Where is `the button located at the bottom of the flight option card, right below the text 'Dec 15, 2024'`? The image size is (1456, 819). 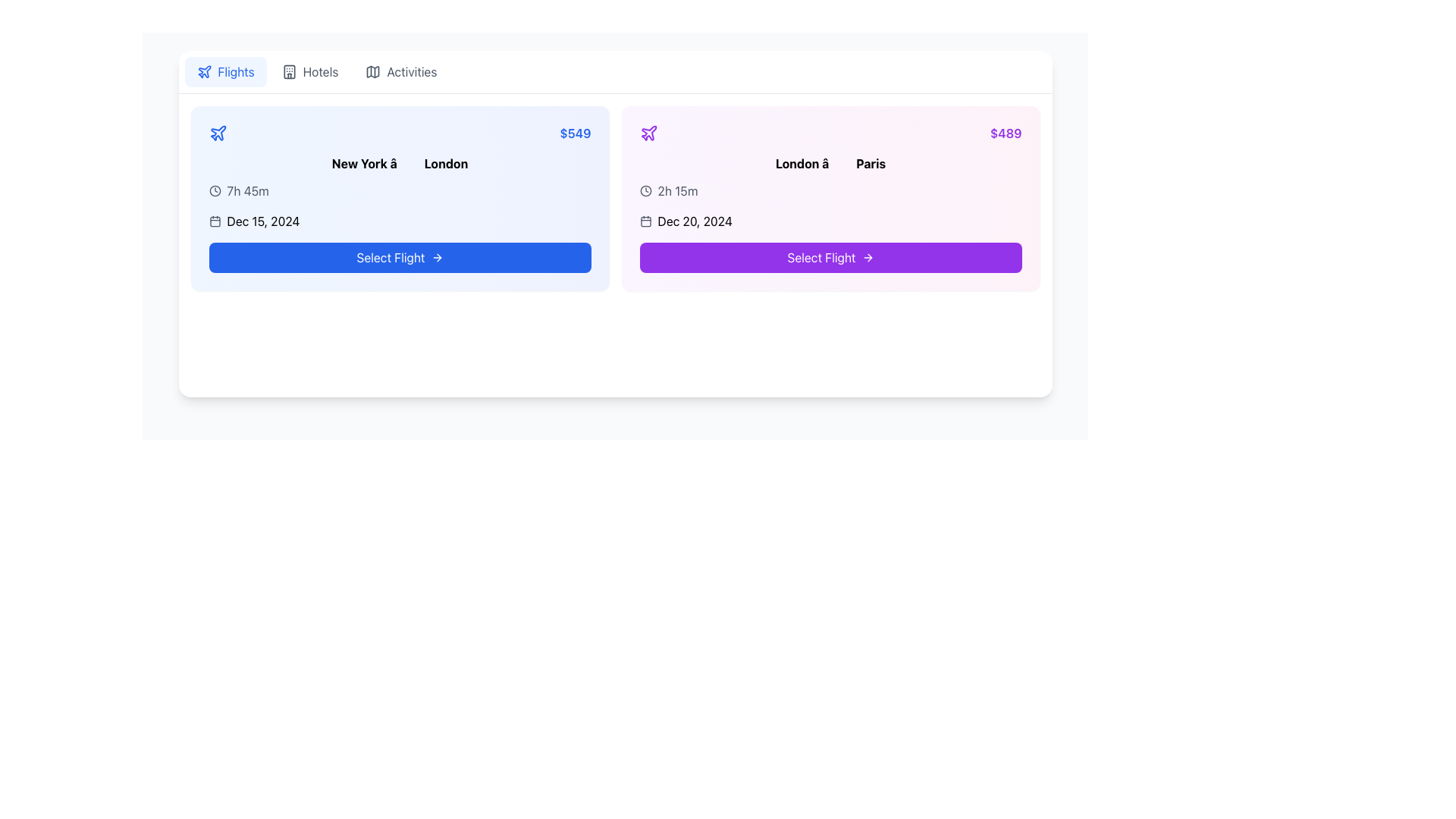 the button located at the bottom of the flight option card, right below the text 'Dec 15, 2024' is located at coordinates (400, 256).